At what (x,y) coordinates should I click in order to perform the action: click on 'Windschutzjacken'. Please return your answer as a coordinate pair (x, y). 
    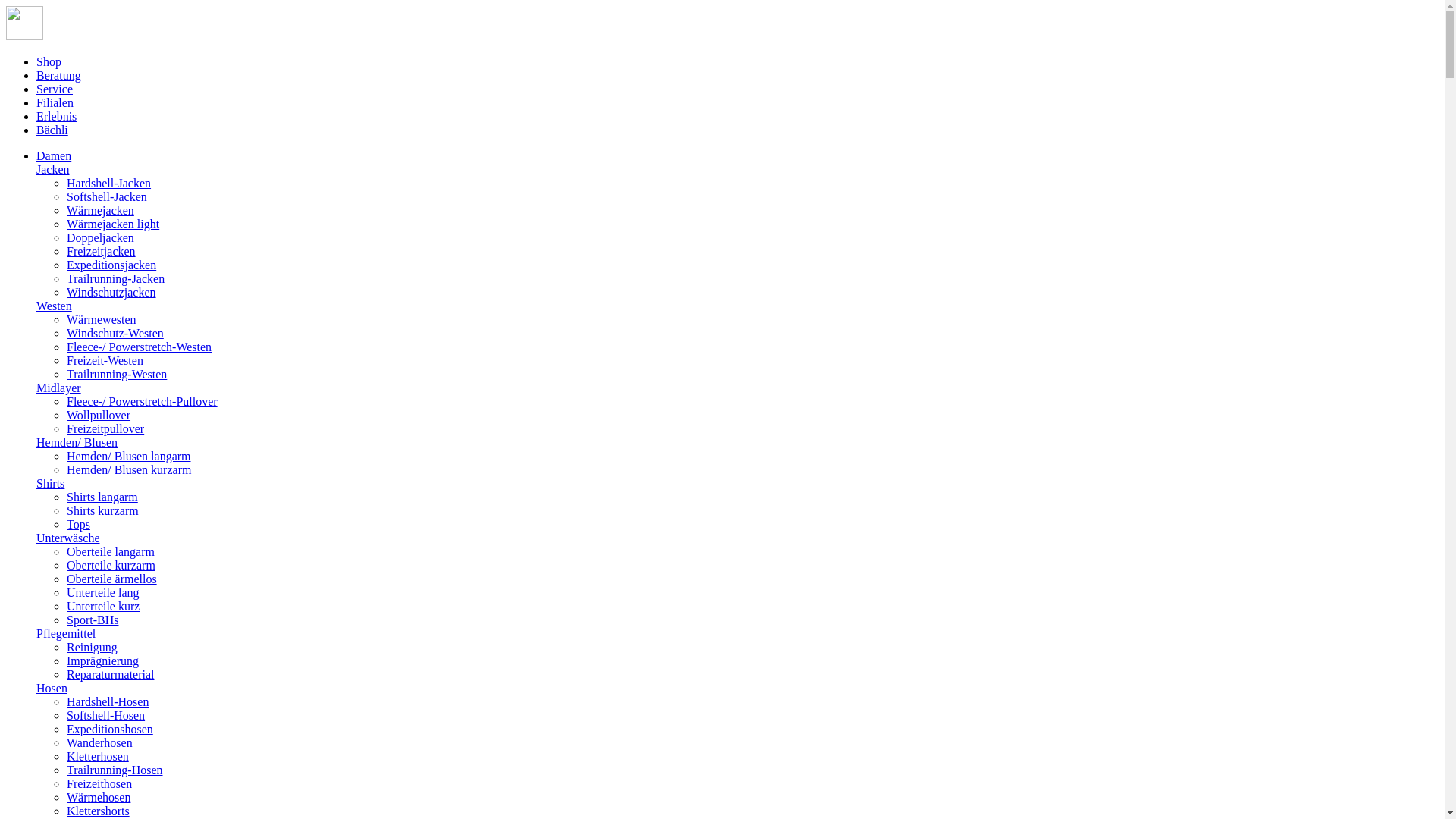
    Looking at the image, I should click on (111, 292).